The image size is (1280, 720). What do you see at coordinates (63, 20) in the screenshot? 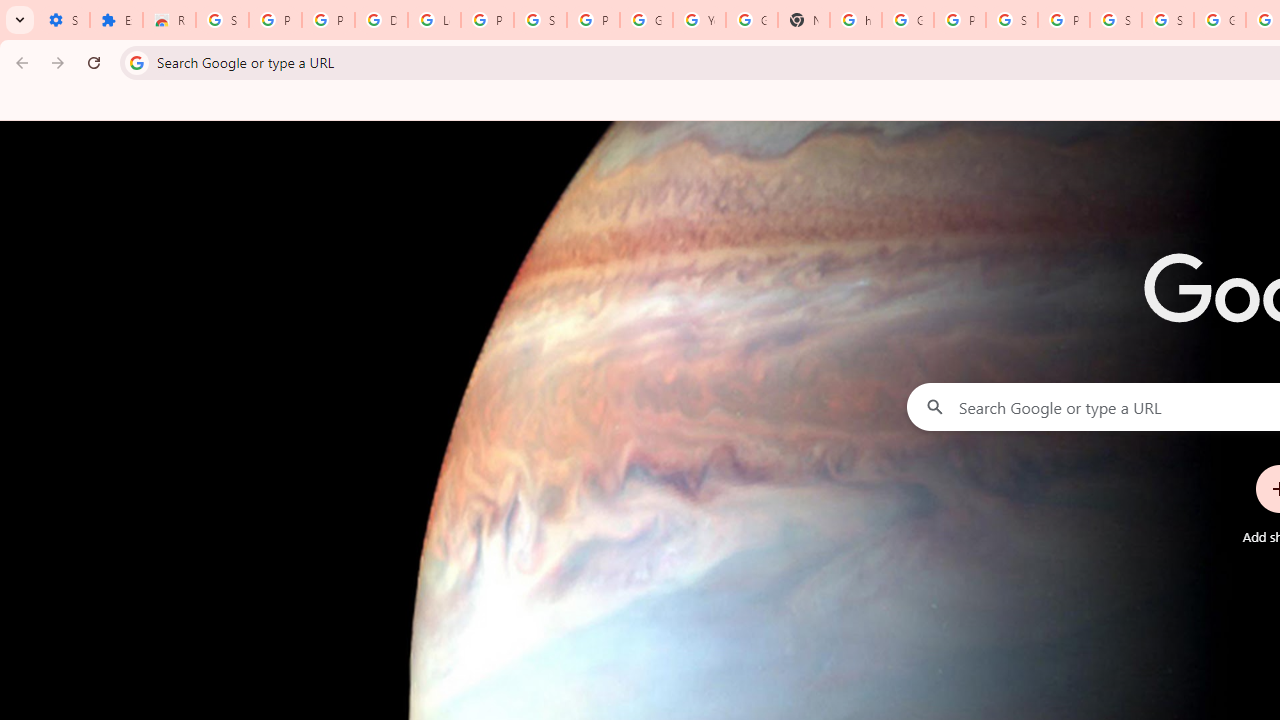
I see `'Settings - On startup'` at bounding box center [63, 20].